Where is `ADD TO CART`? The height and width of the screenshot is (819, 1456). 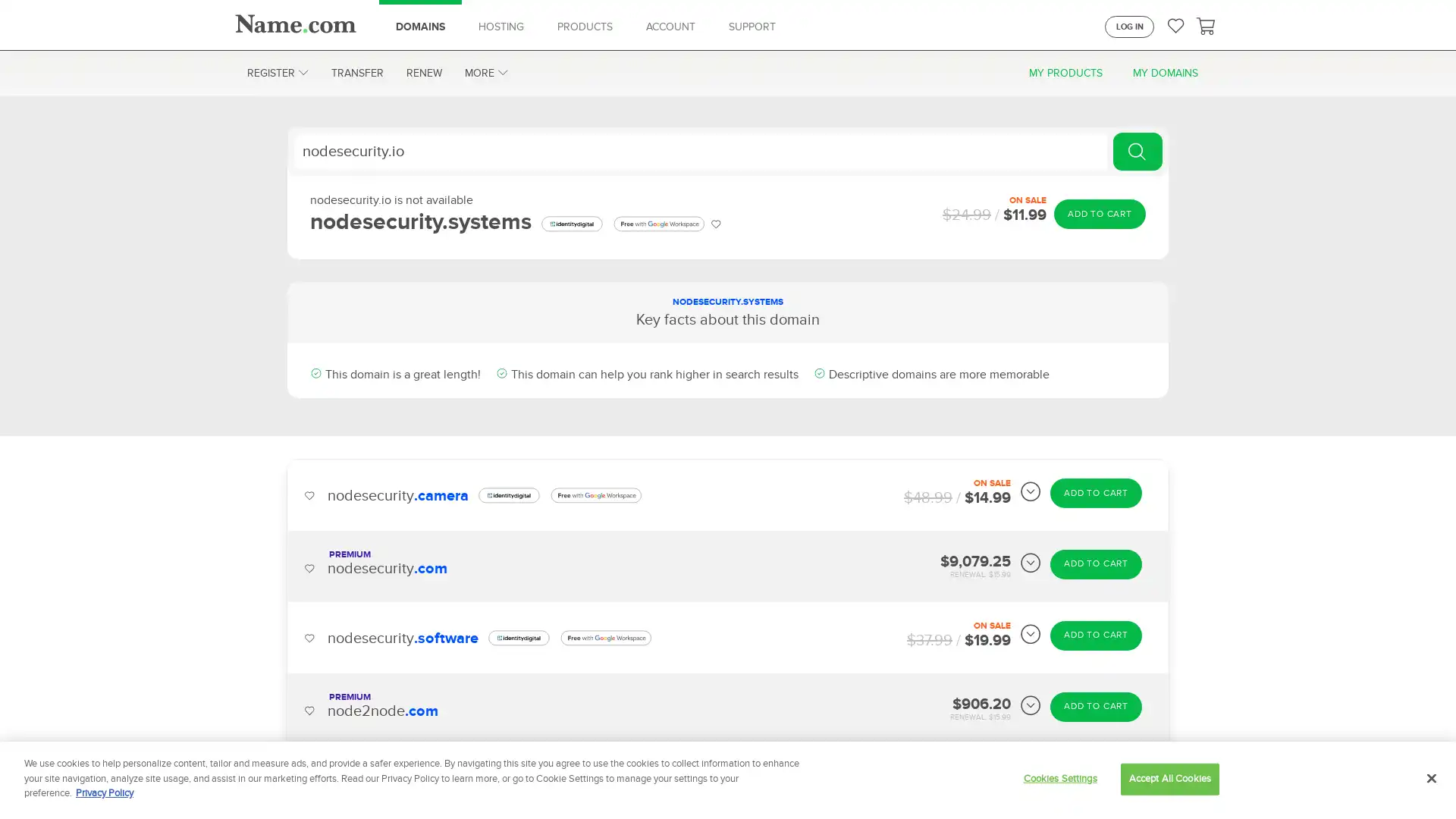 ADD TO CART is located at coordinates (1096, 777).